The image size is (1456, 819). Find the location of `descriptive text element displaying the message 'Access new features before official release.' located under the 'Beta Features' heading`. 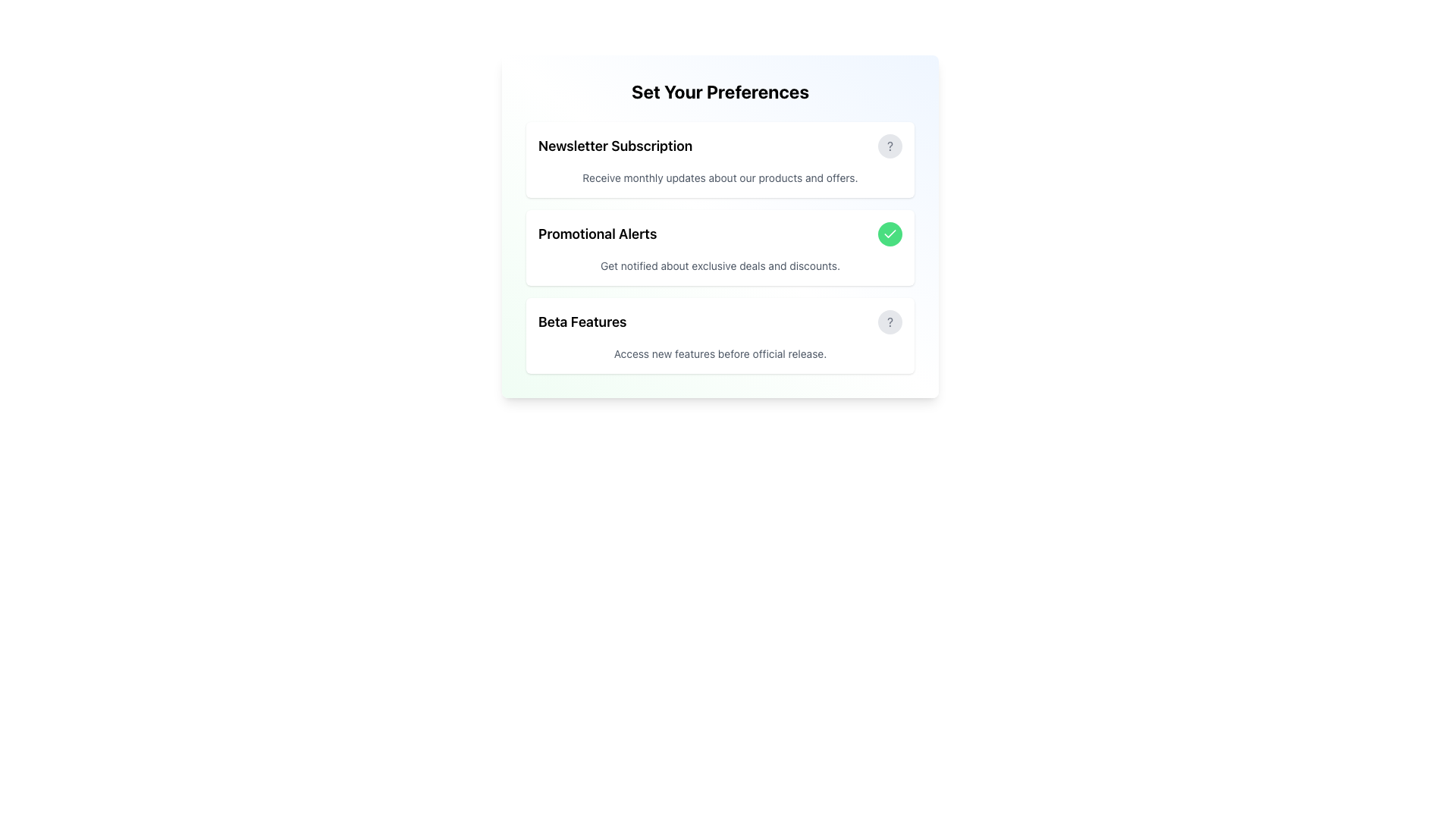

descriptive text element displaying the message 'Access new features before official release.' located under the 'Beta Features' heading is located at coordinates (720, 353).